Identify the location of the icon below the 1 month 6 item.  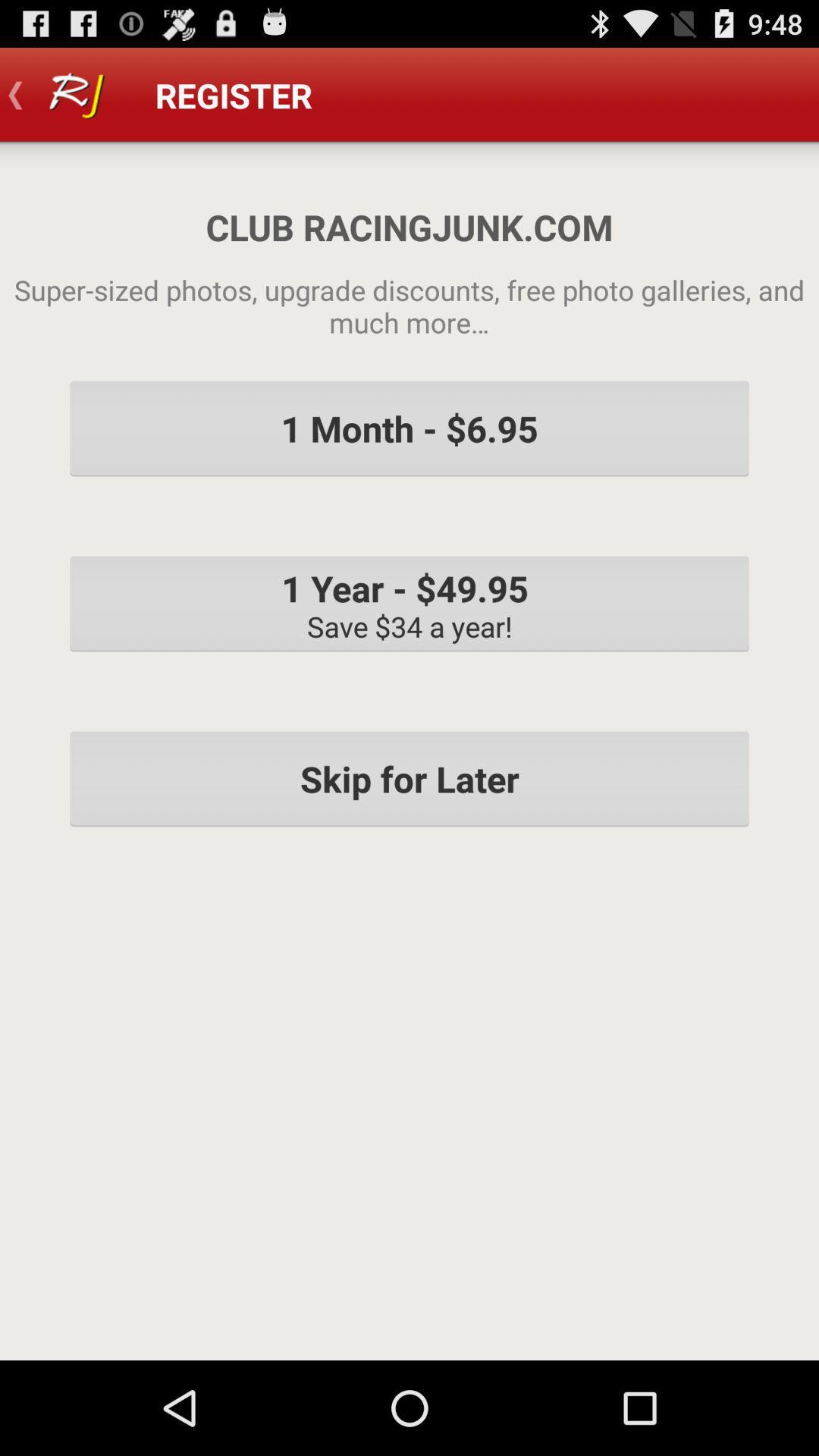
(409, 603).